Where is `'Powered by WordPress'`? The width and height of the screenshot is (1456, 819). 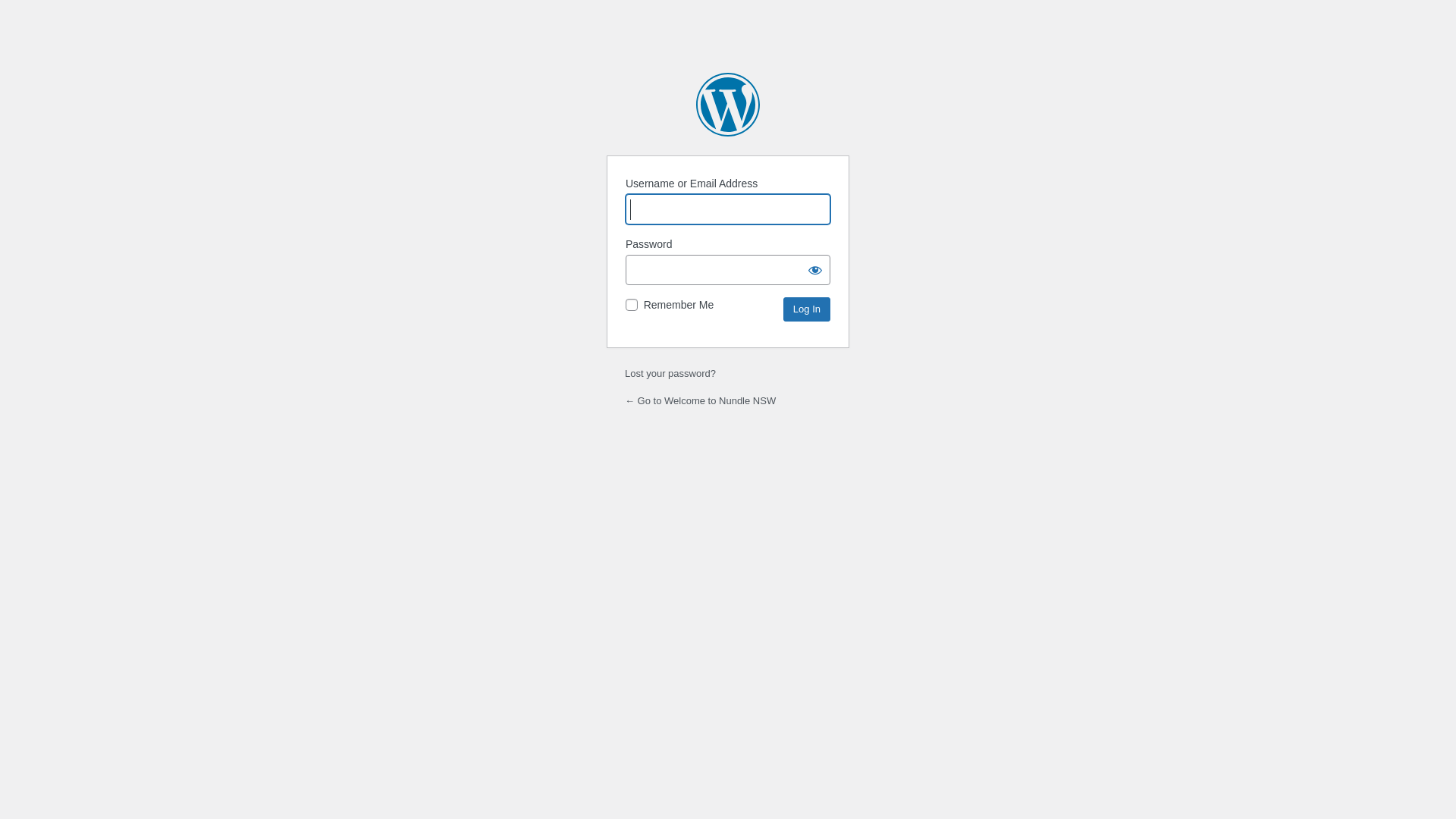 'Powered by WordPress' is located at coordinates (728, 104).